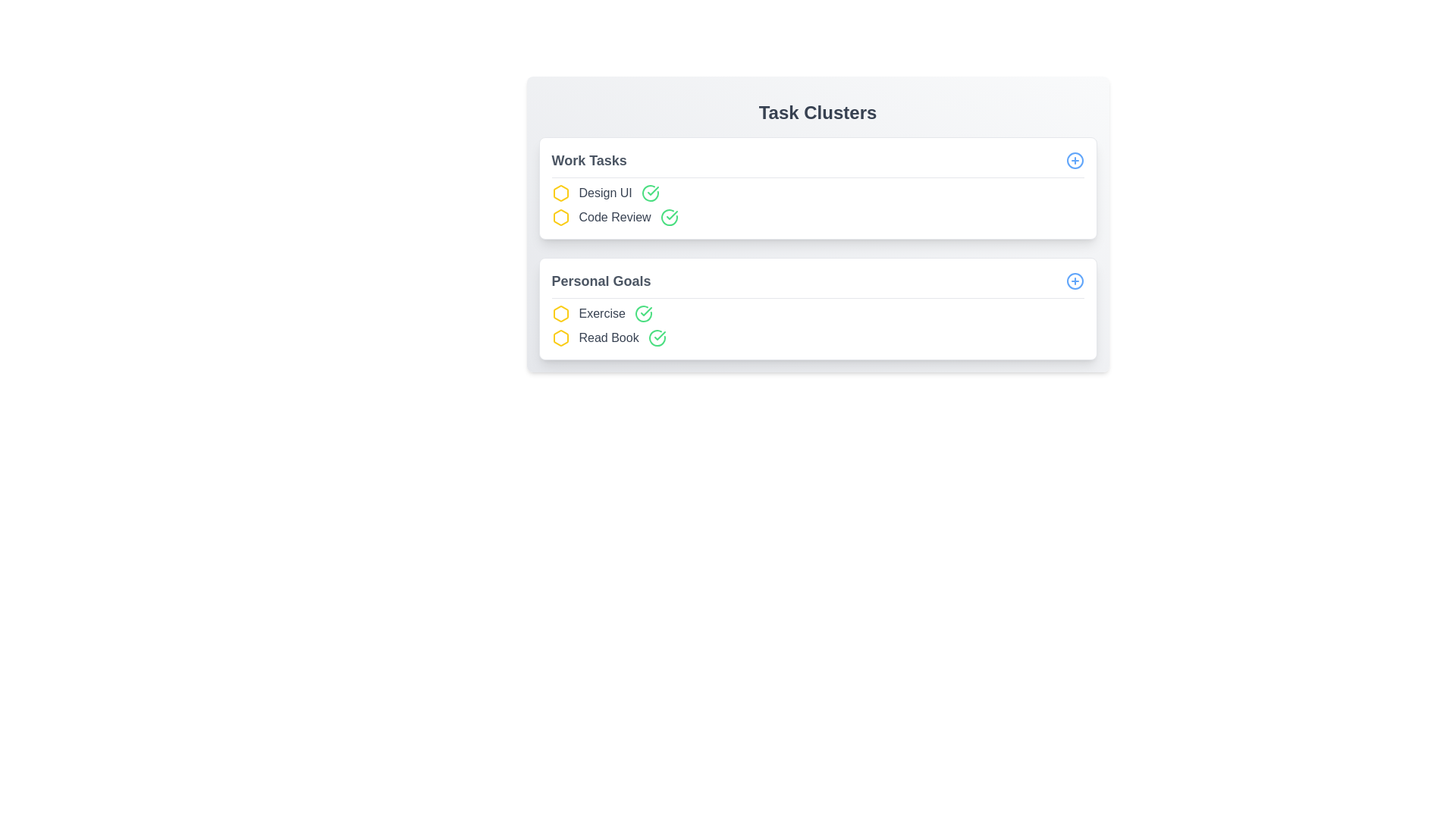 The height and width of the screenshot is (819, 1456). I want to click on the title of the cluster Personal Goals to interact with it, so click(600, 281).